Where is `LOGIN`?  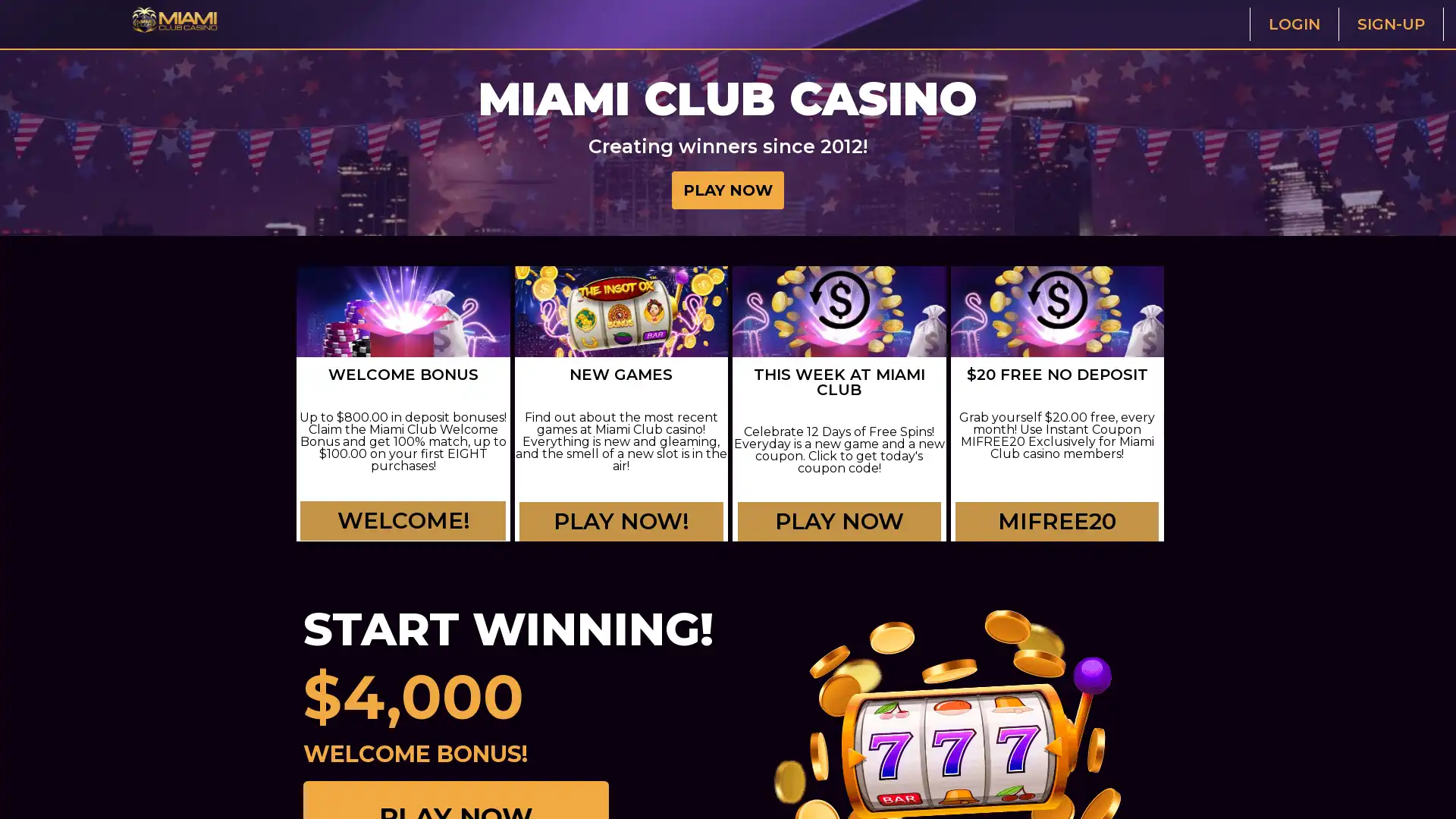 LOGIN is located at coordinates (1292, 24).